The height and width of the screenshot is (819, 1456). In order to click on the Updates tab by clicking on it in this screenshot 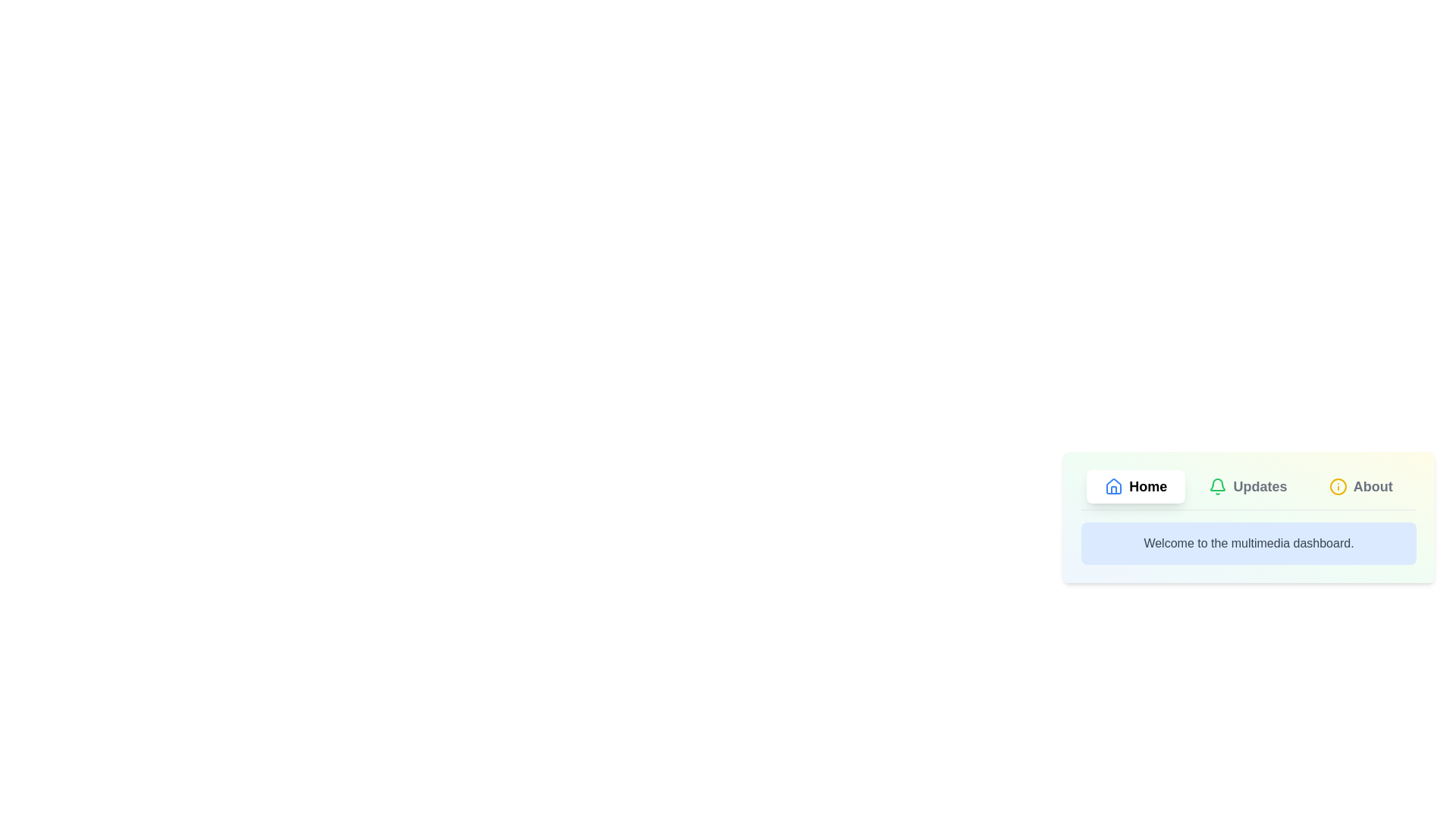, I will do `click(1248, 486)`.